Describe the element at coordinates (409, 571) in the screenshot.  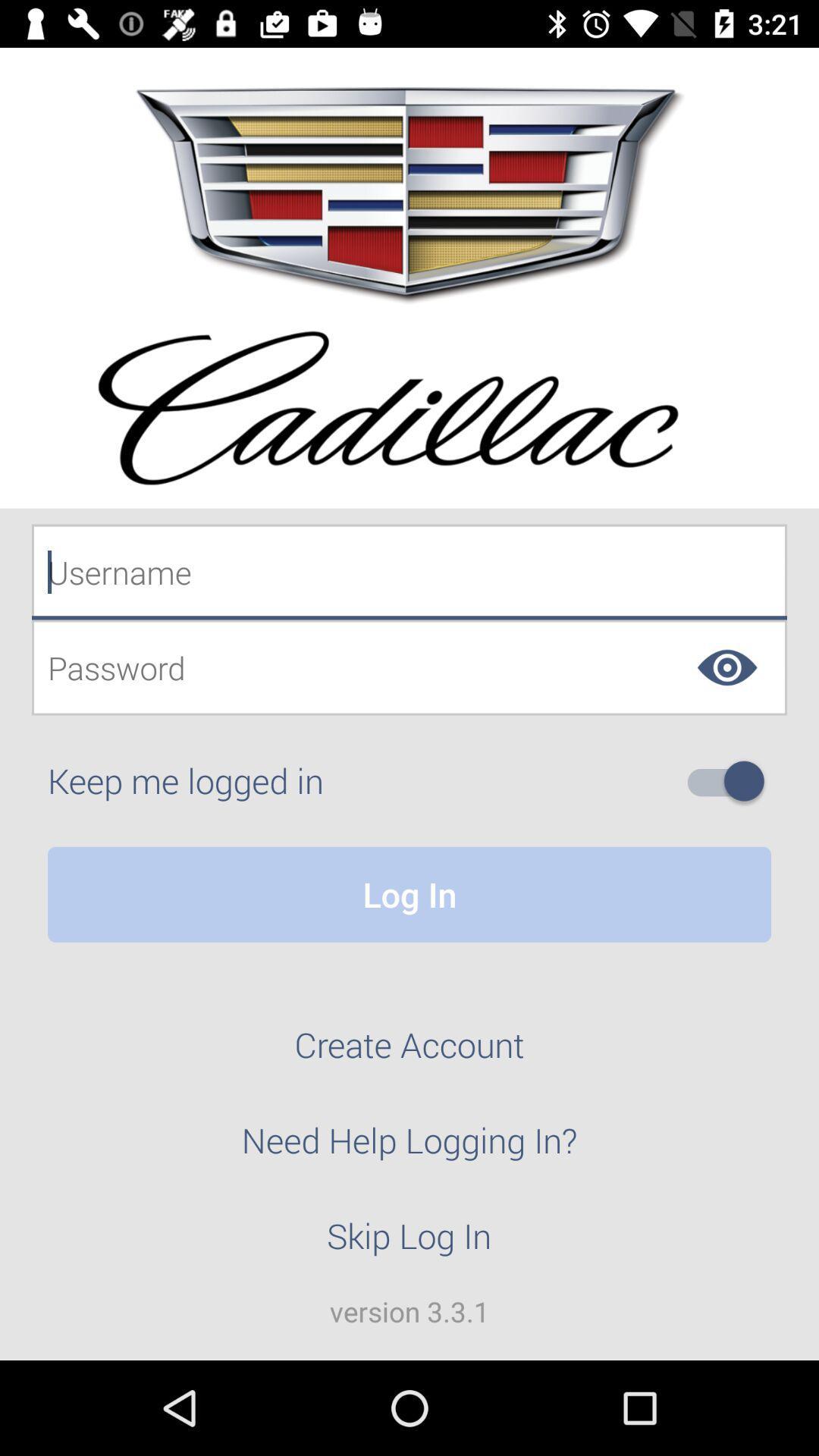
I see `username` at that location.